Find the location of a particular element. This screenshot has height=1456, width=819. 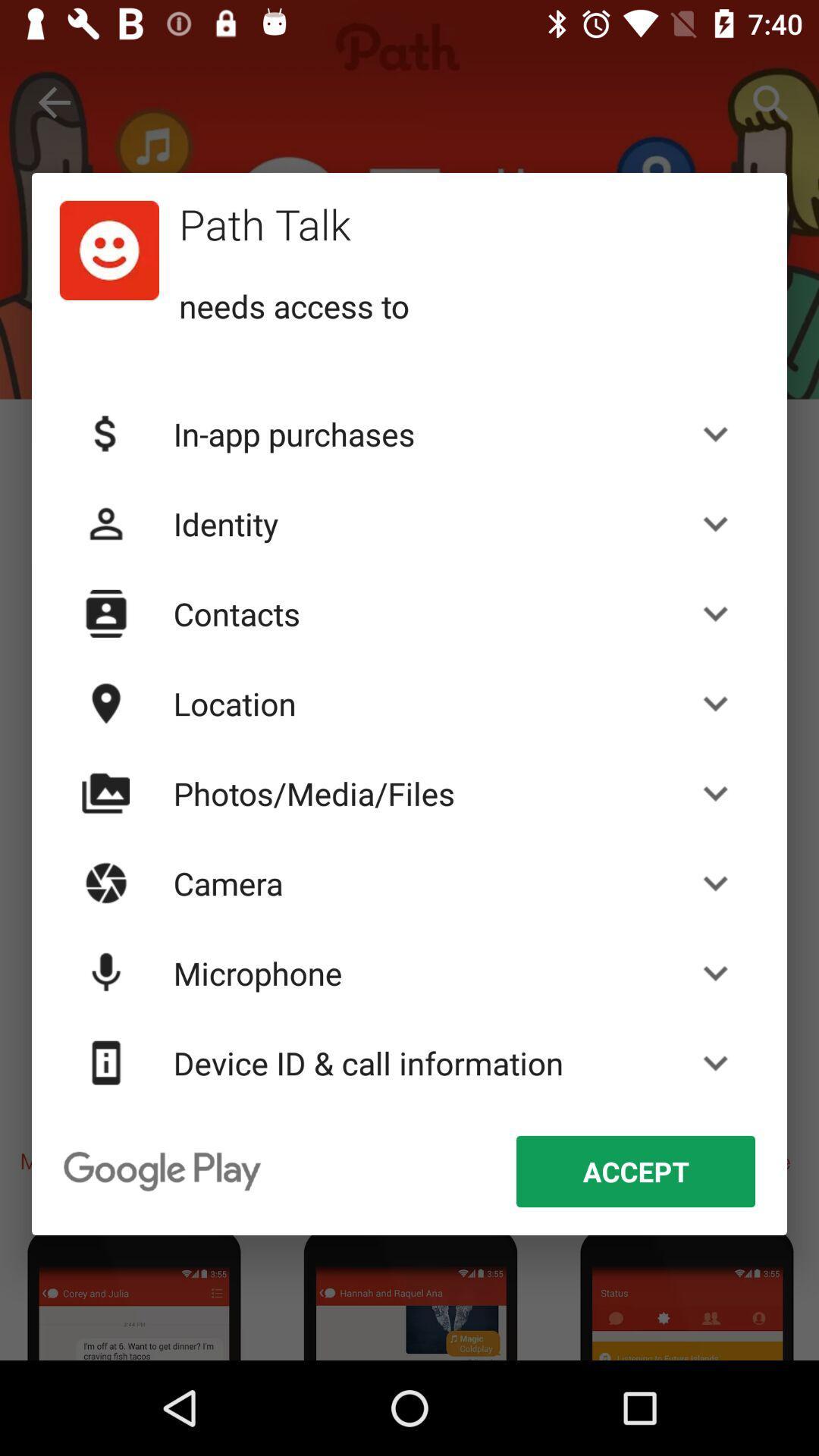

the accept item is located at coordinates (635, 1171).